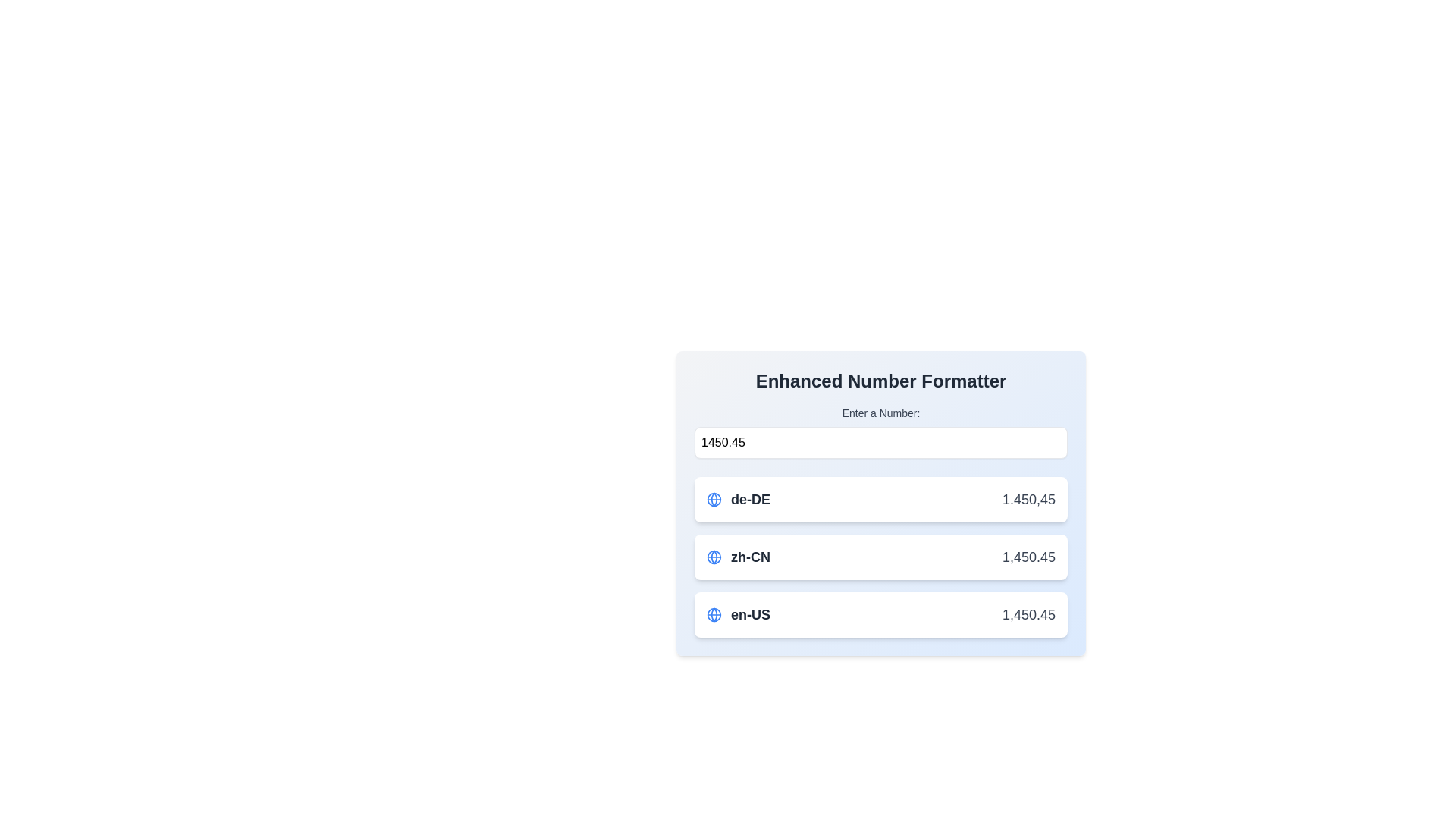 This screenshot has height=819, width=1456. I want to click on number displayed, which is '1,450.45', located beside the label 'en-US' in the Enhanced Number Formatter section, so click(1028, 614).